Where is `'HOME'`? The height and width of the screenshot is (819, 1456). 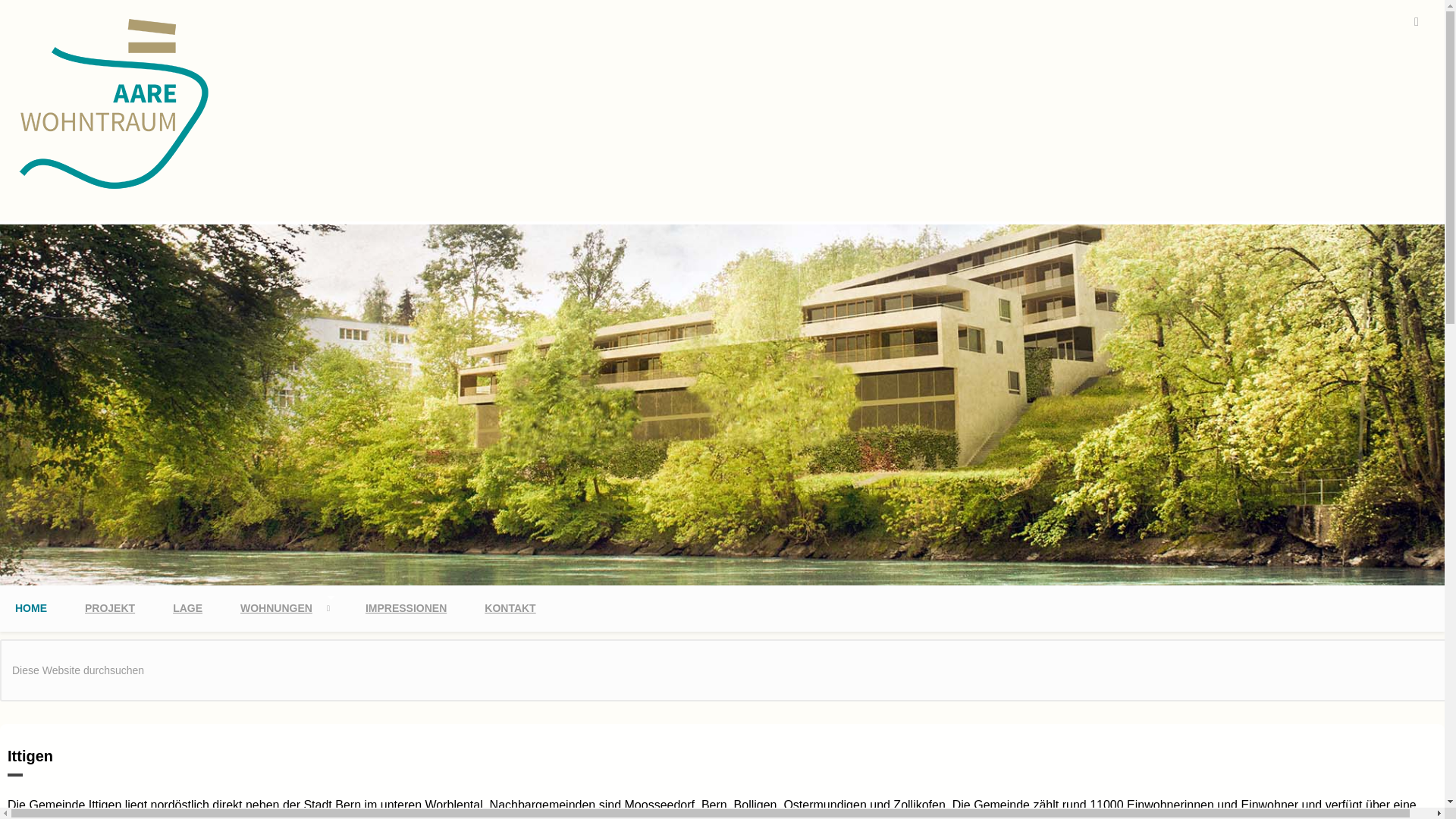
'HOME' is located at coordinates (31, 607).